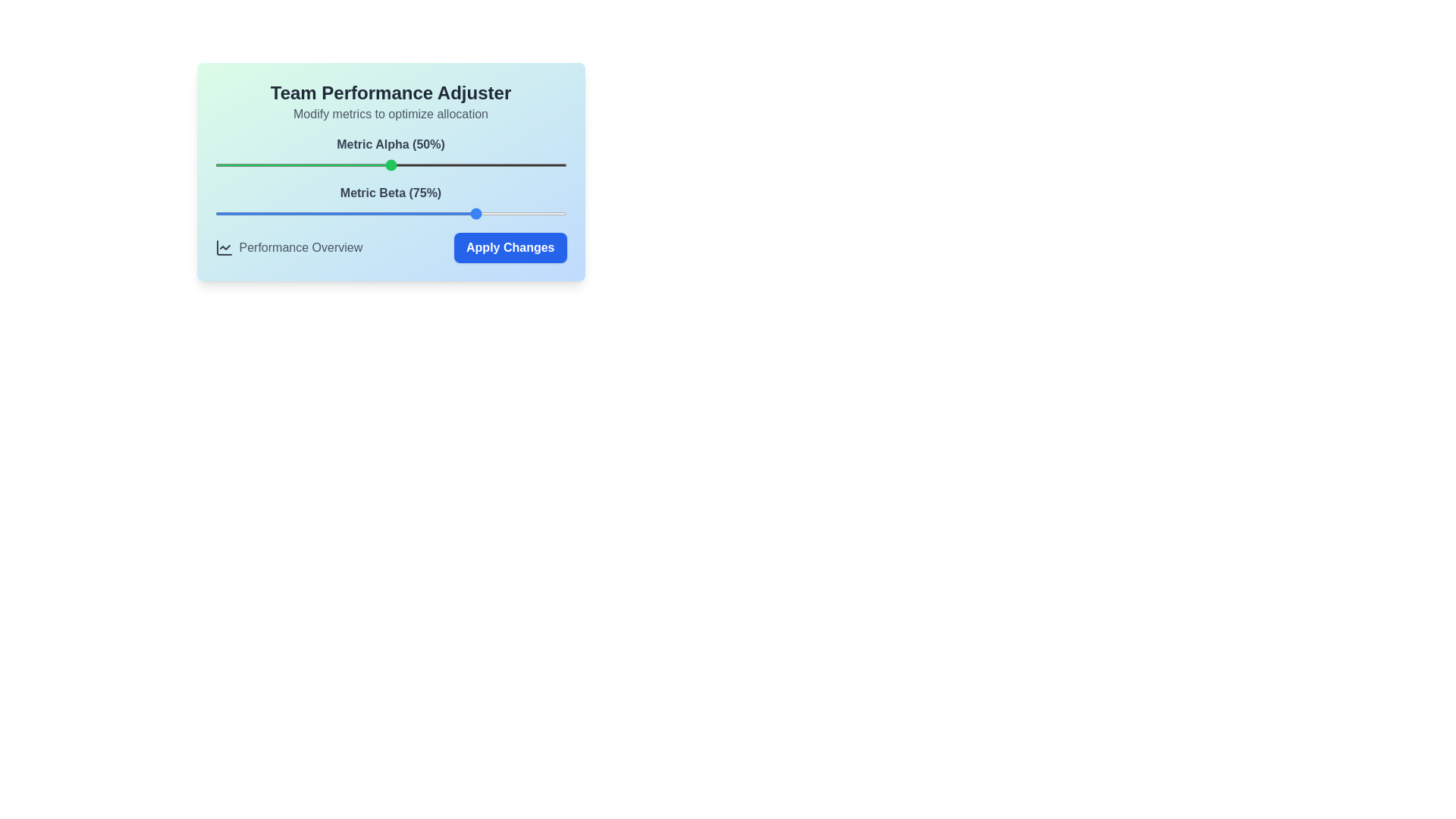 The width and height of the screenshot is (1456, 819). Describe the element at coordinates (369, 165) in the screenshot. I see `the Metric Alpha slider to set its value to 44` at that location.